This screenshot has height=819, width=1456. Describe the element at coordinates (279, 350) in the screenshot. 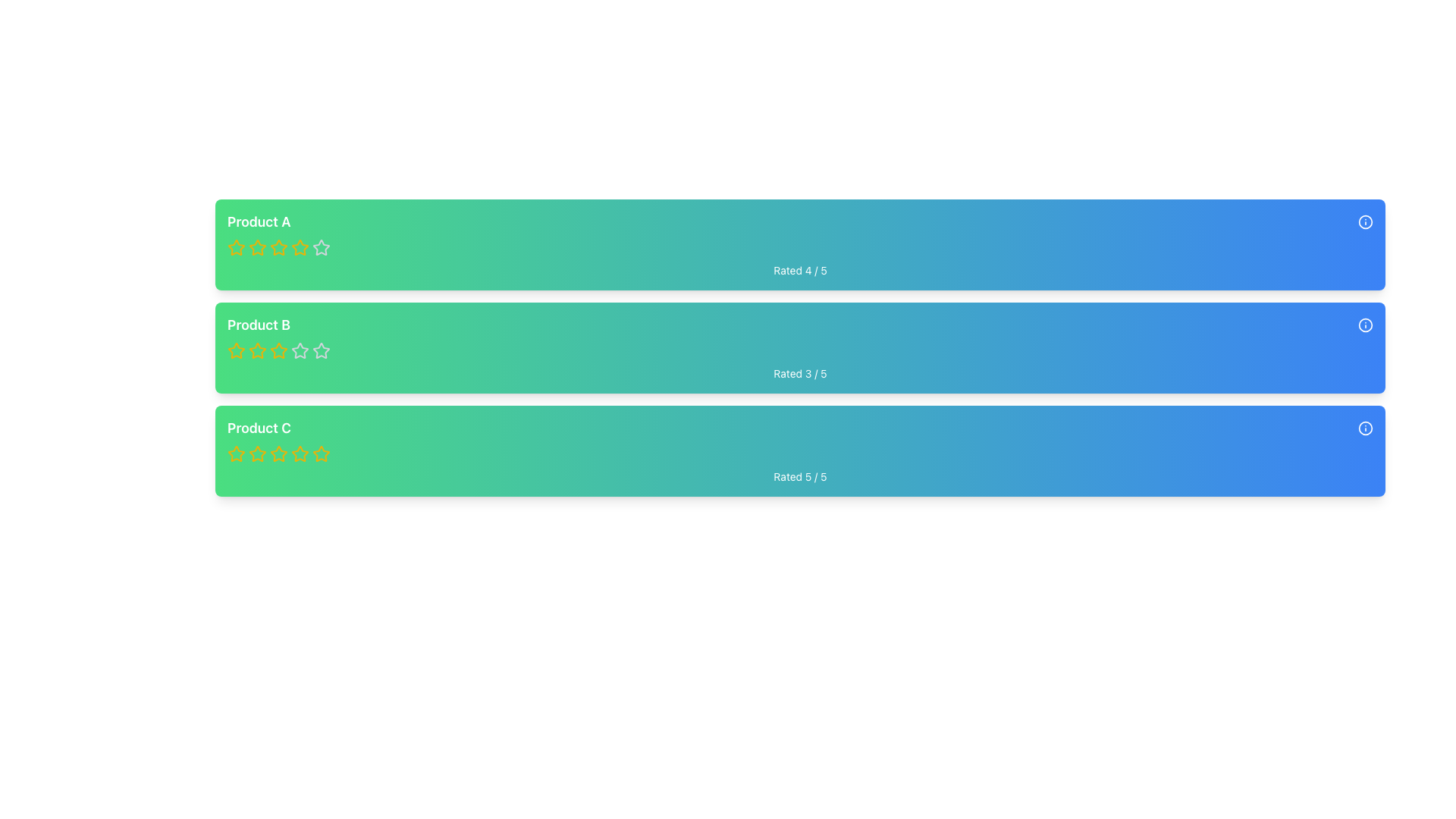

I see `the fourth star in the rating system for 'Product B' to update the rating` at that location.